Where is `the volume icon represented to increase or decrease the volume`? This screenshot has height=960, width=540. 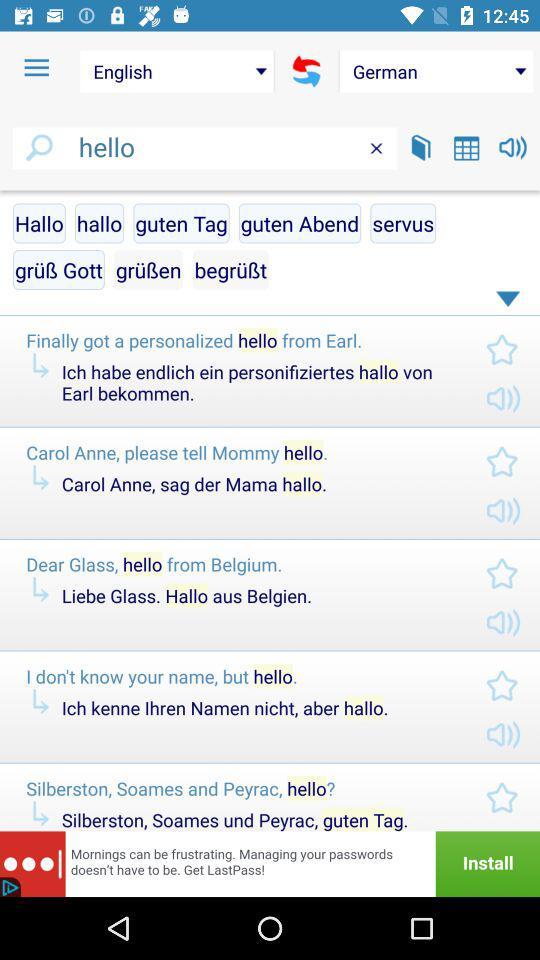
the volume icon represented to increase or decrease the volume is located at coordinates (513, 146).